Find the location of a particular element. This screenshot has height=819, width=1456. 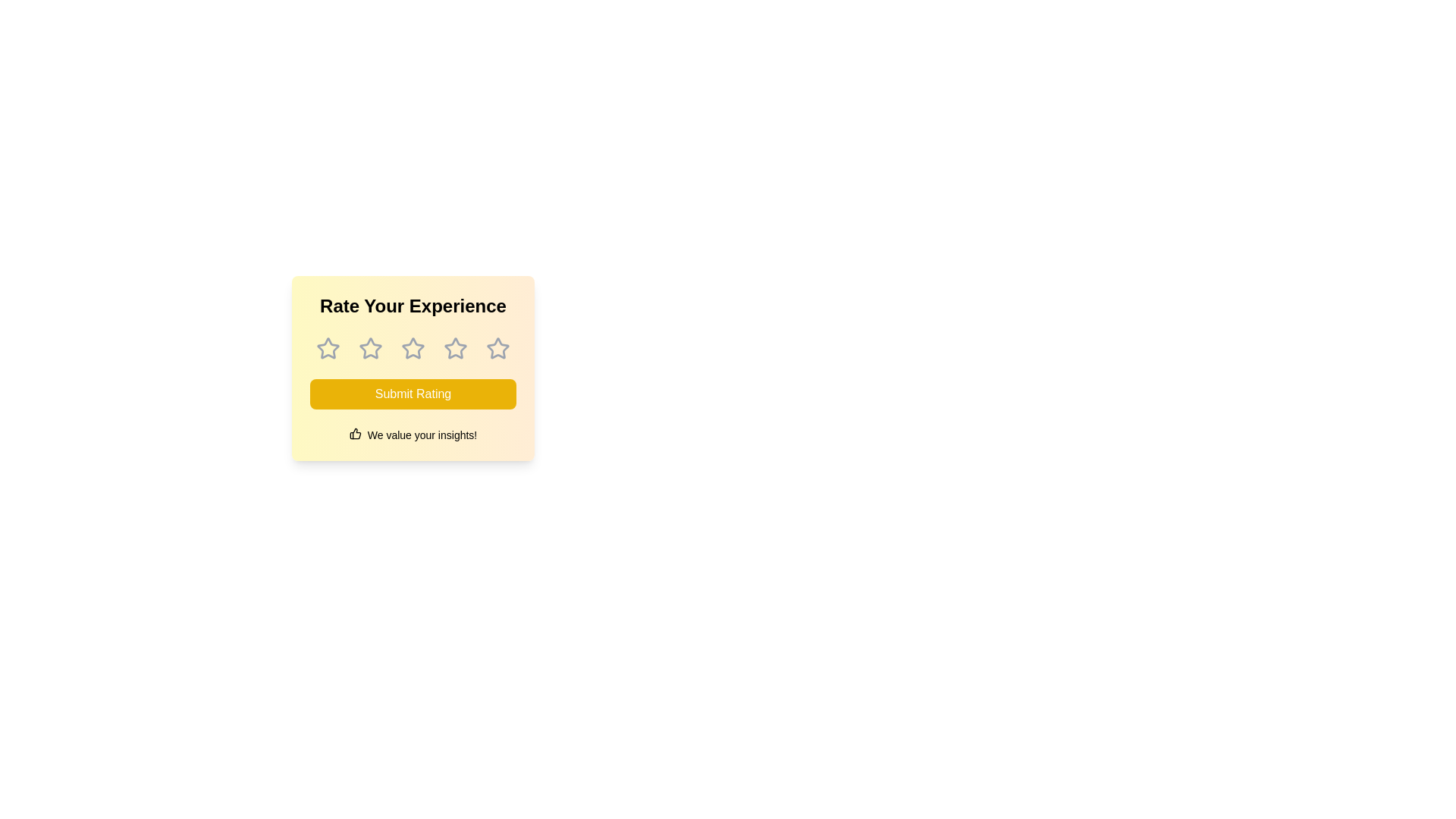

the third star icon in the rating widget is located at coordinates (454, 348).